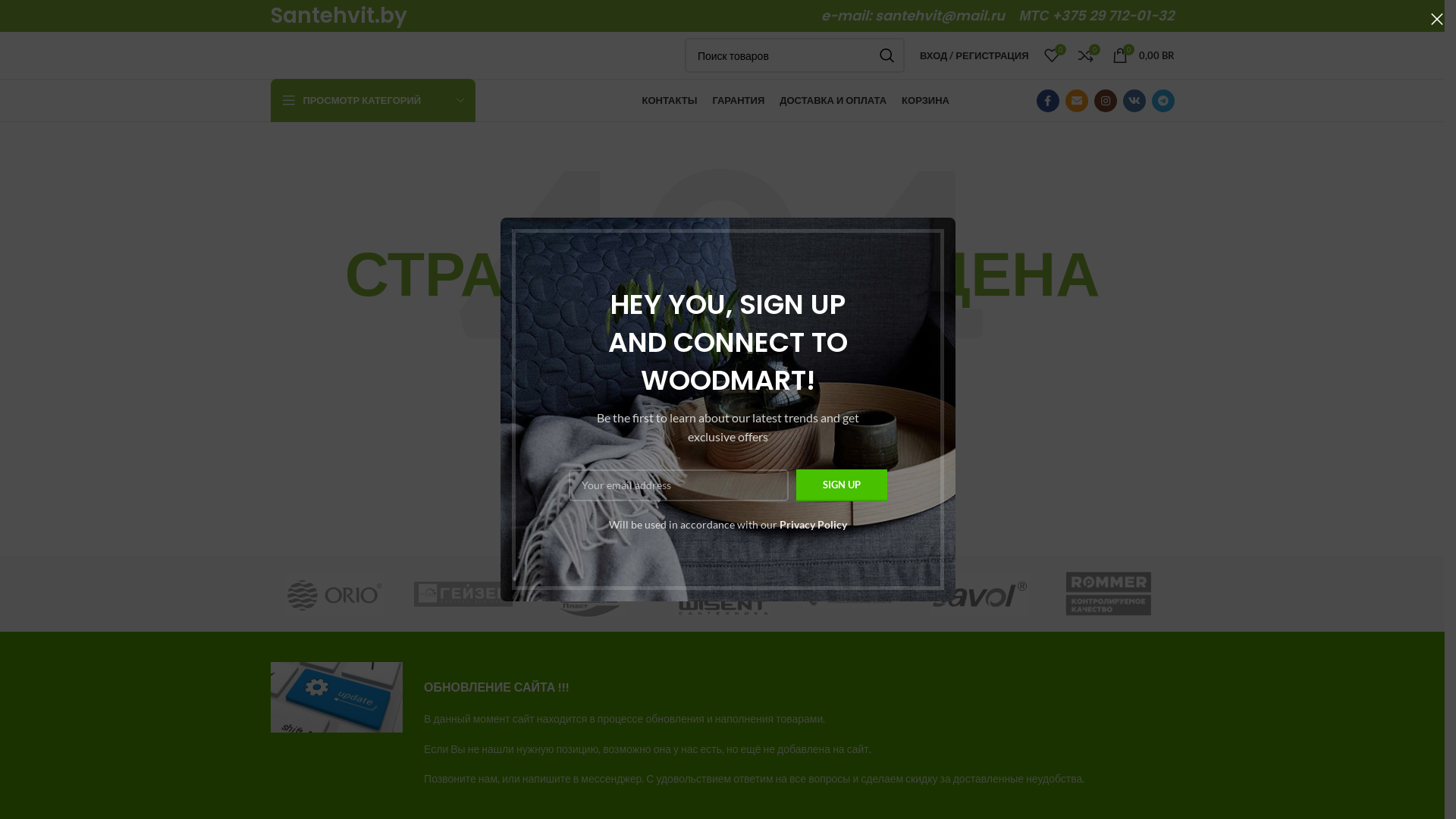  What do you see at coordinates (812, 523) in the screenshot?
I see `'Privacy Policy'` at bounding box center [812, 523].